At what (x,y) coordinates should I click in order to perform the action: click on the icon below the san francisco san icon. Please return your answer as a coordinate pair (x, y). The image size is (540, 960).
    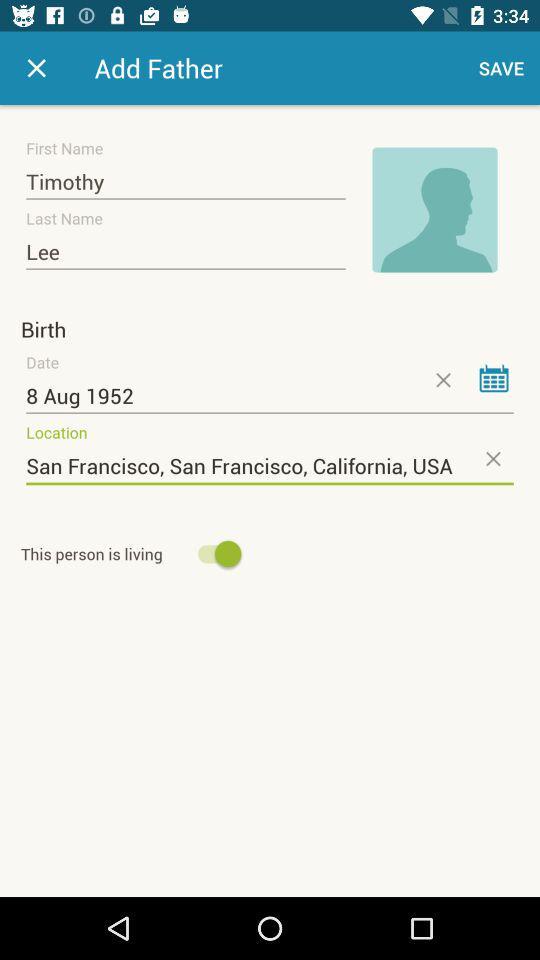
    Looking at the image, I should click on (133, 554).